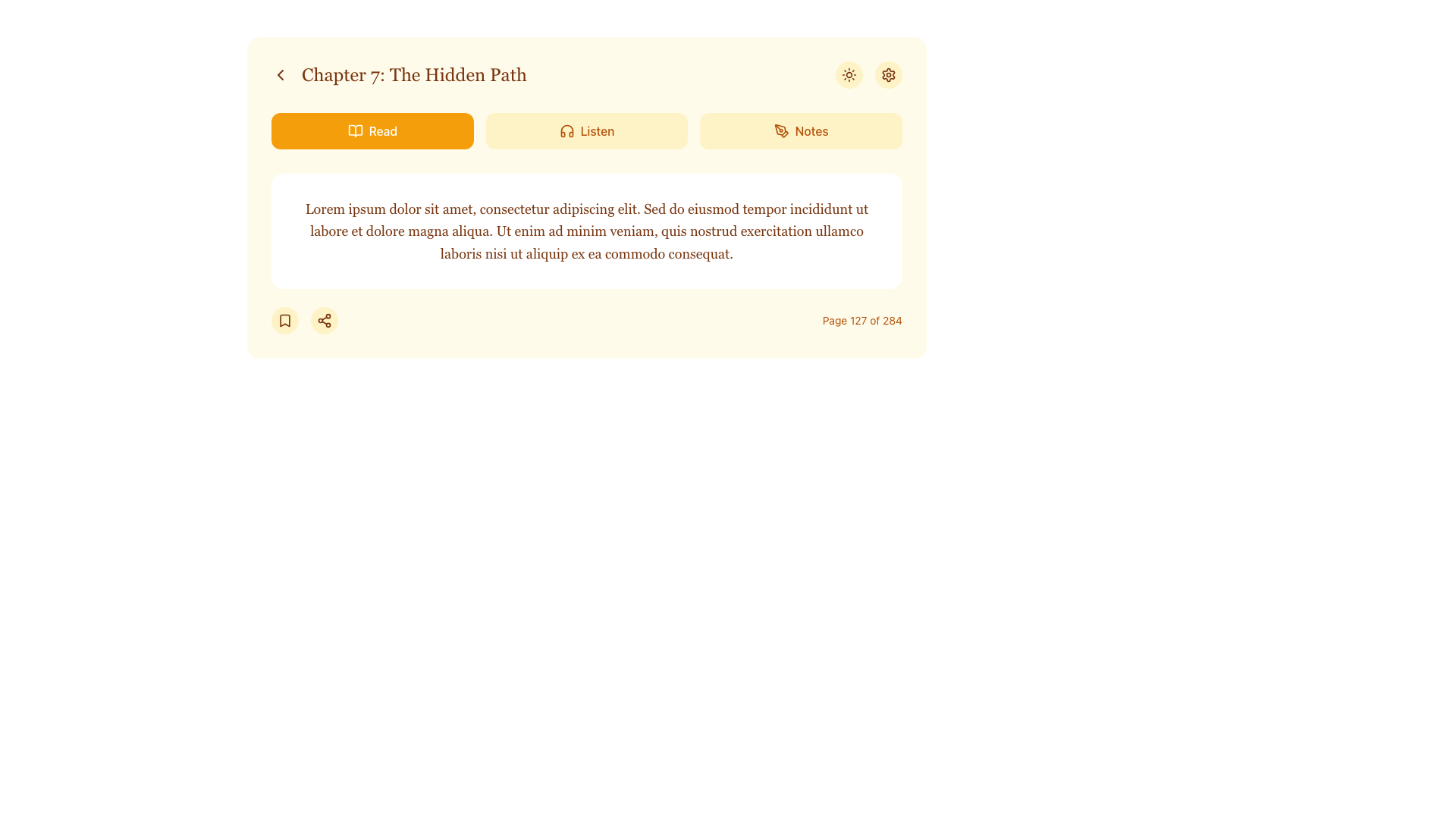 The width and height of the screenshot is (1456, 819). I want to click on the 'Read' text element located centrally within an amber button at the top left of a horizontal row, styled in medium-weight font, so click(383, 130).